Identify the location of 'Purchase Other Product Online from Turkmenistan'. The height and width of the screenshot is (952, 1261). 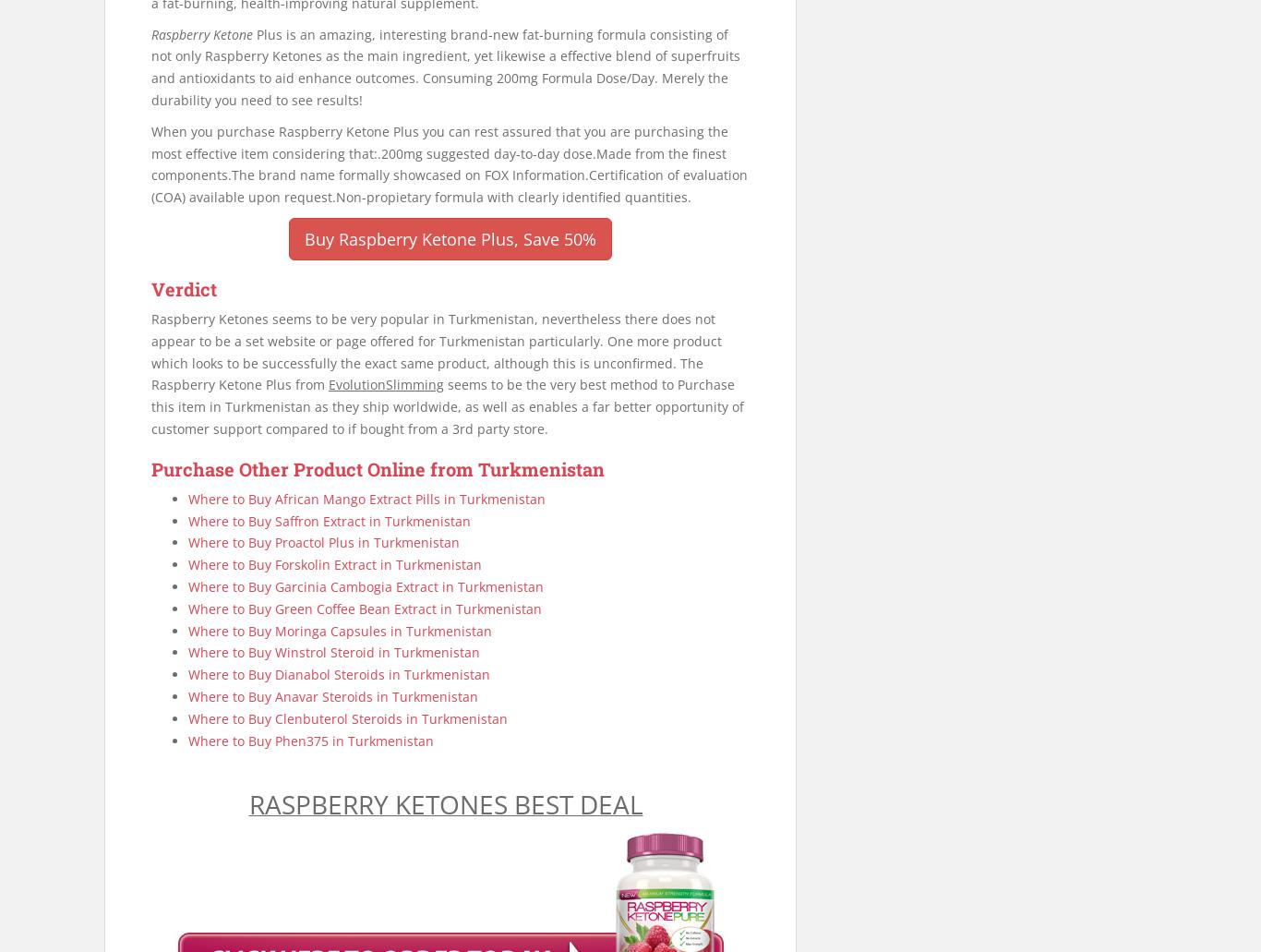
(377, 468).